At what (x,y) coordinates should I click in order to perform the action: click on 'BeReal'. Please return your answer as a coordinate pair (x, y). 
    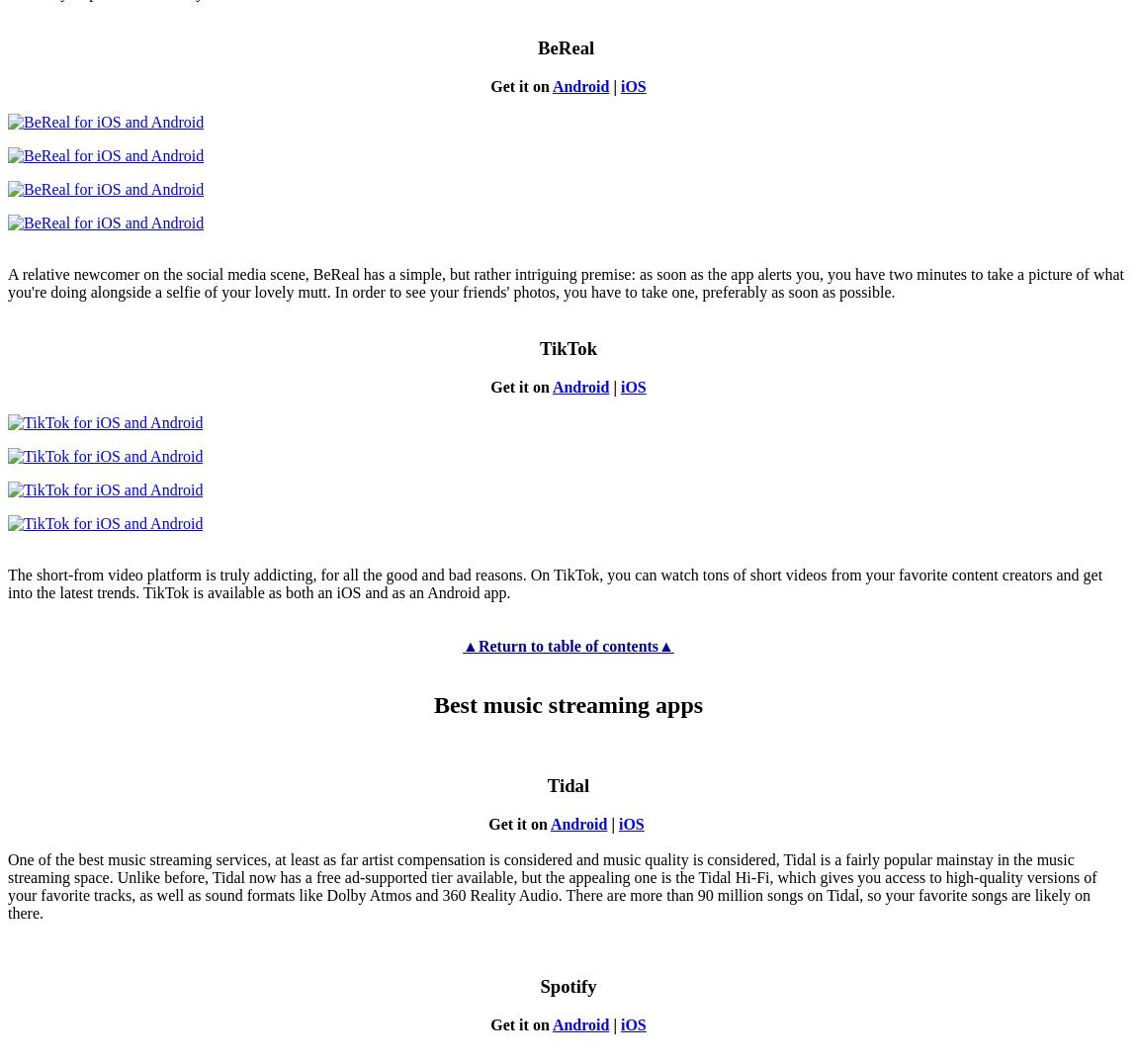
    Looking at the image, I should click on (568, 47).